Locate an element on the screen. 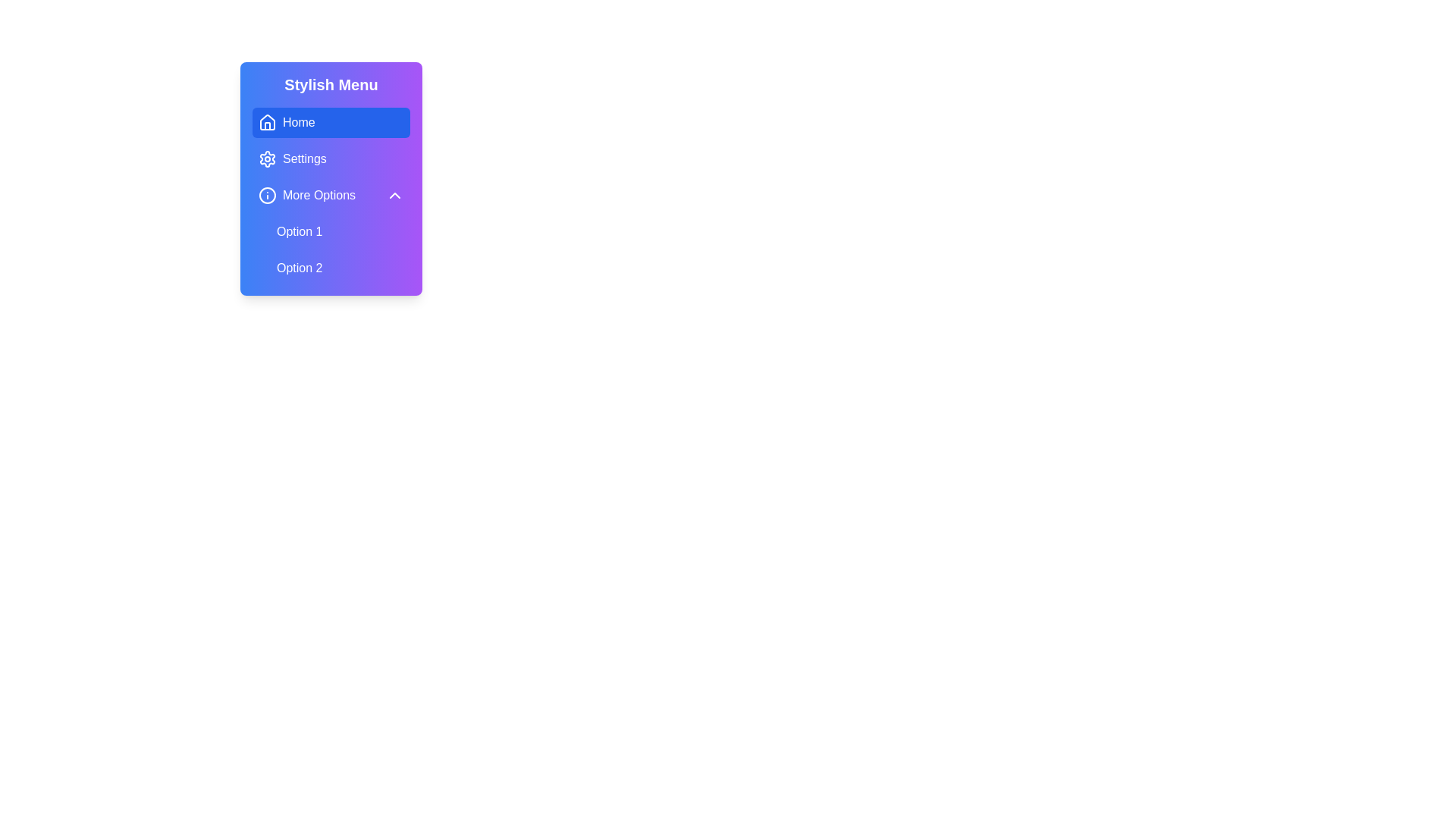 The image size is (1456, 819). the SVG Circle that indicates the 'More Options' section of the menu, enhancing recognition and assisting interaction is located at coordinates (268, 195).